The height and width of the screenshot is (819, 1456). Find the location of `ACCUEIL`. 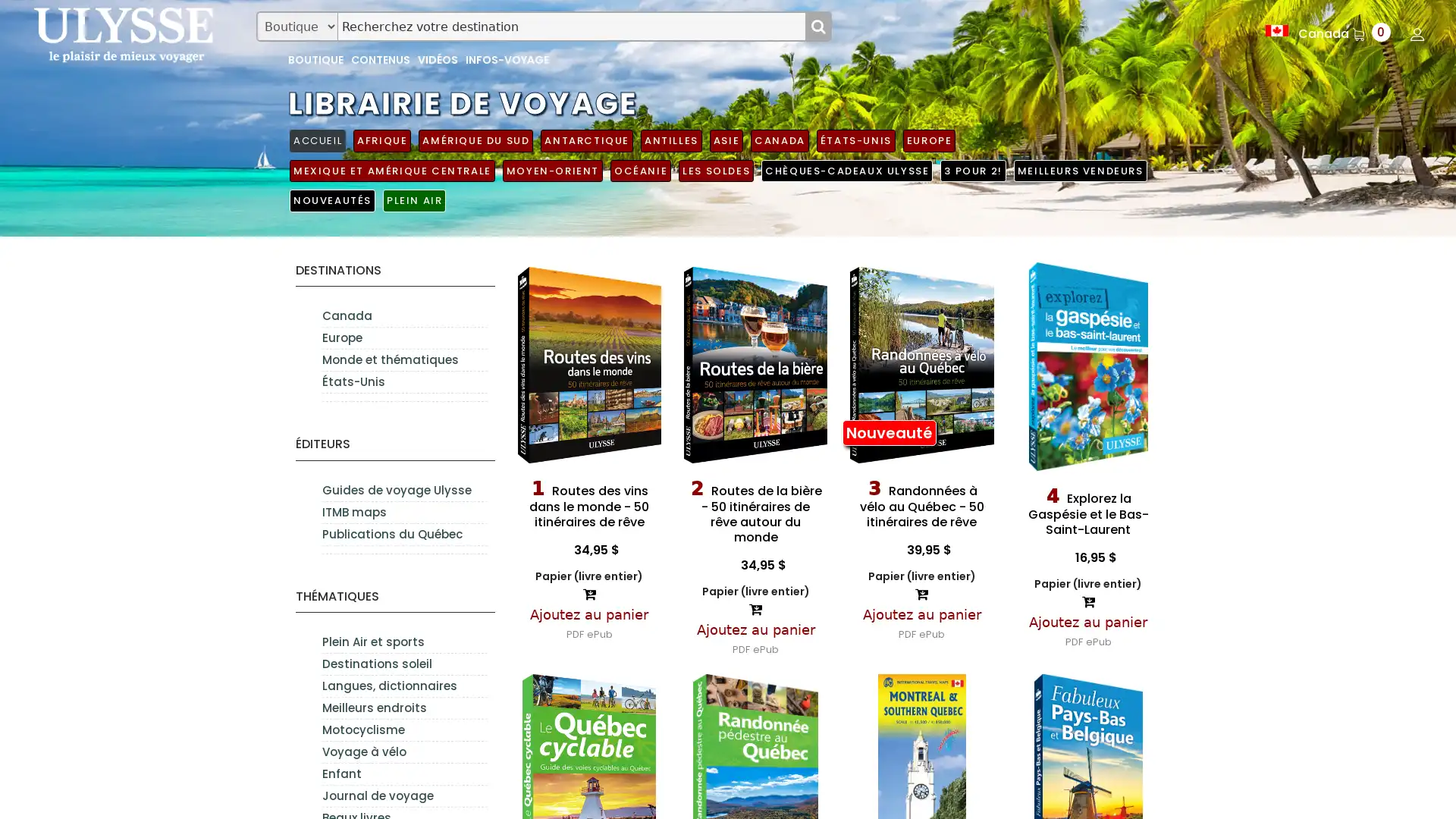

ACCUEIL is located at coordinates (316, 140).